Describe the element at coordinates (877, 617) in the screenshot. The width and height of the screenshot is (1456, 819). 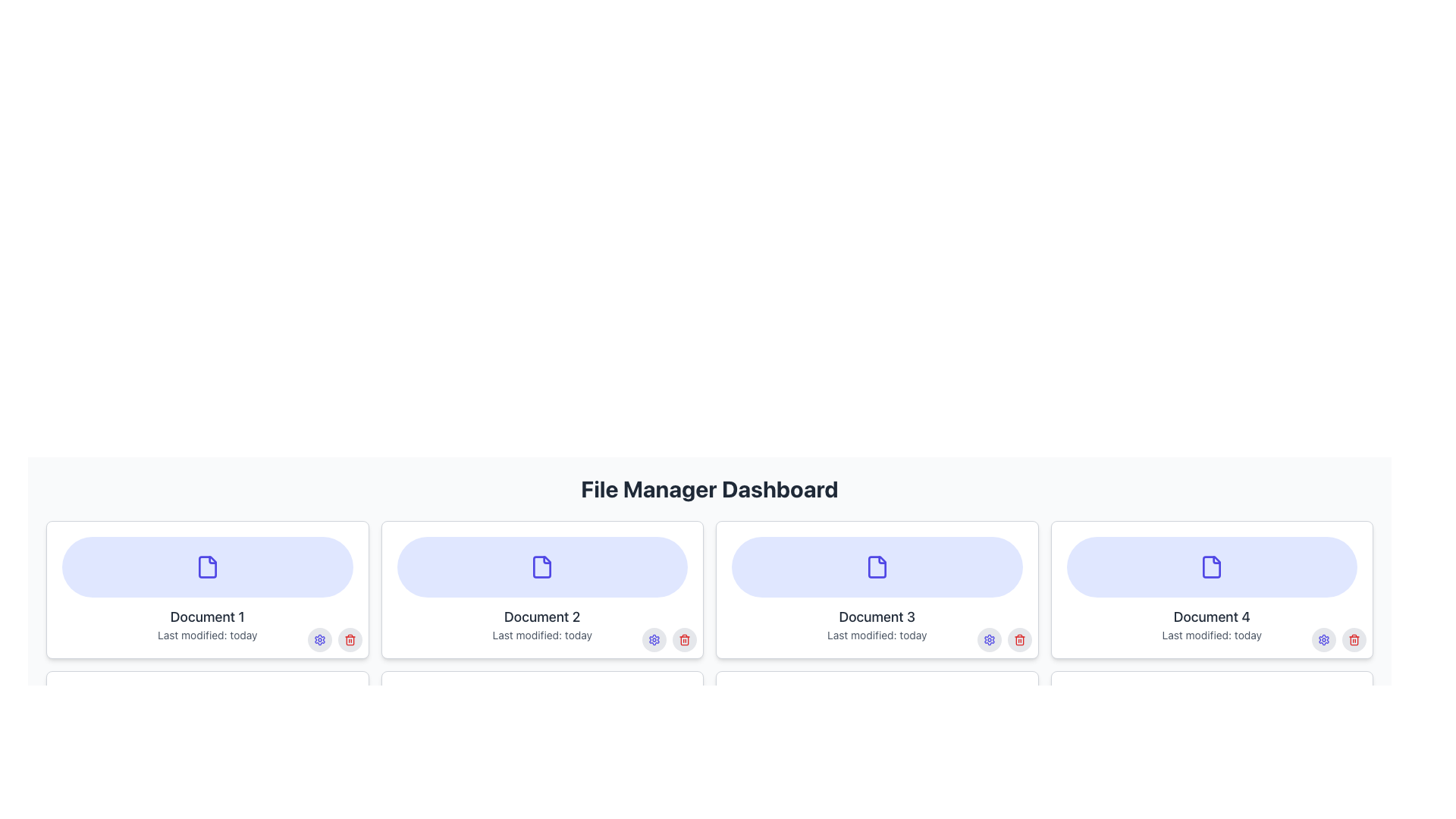
I see `the text label displaying 'Document 3', which is styled with a large gray font and positioned below a document icon and above the 'Last modified: today' label` at that location.